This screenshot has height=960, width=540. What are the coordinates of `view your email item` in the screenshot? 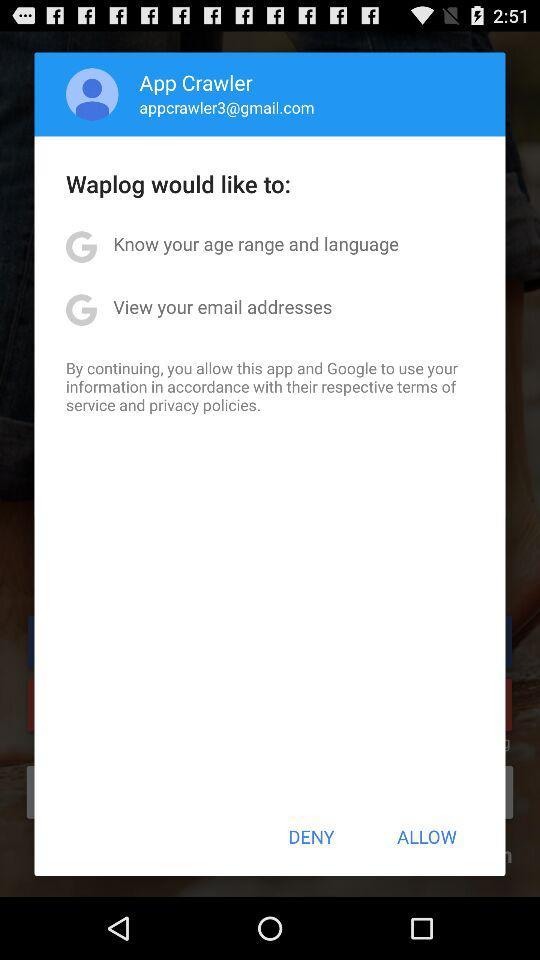 It's located at (221, 306).